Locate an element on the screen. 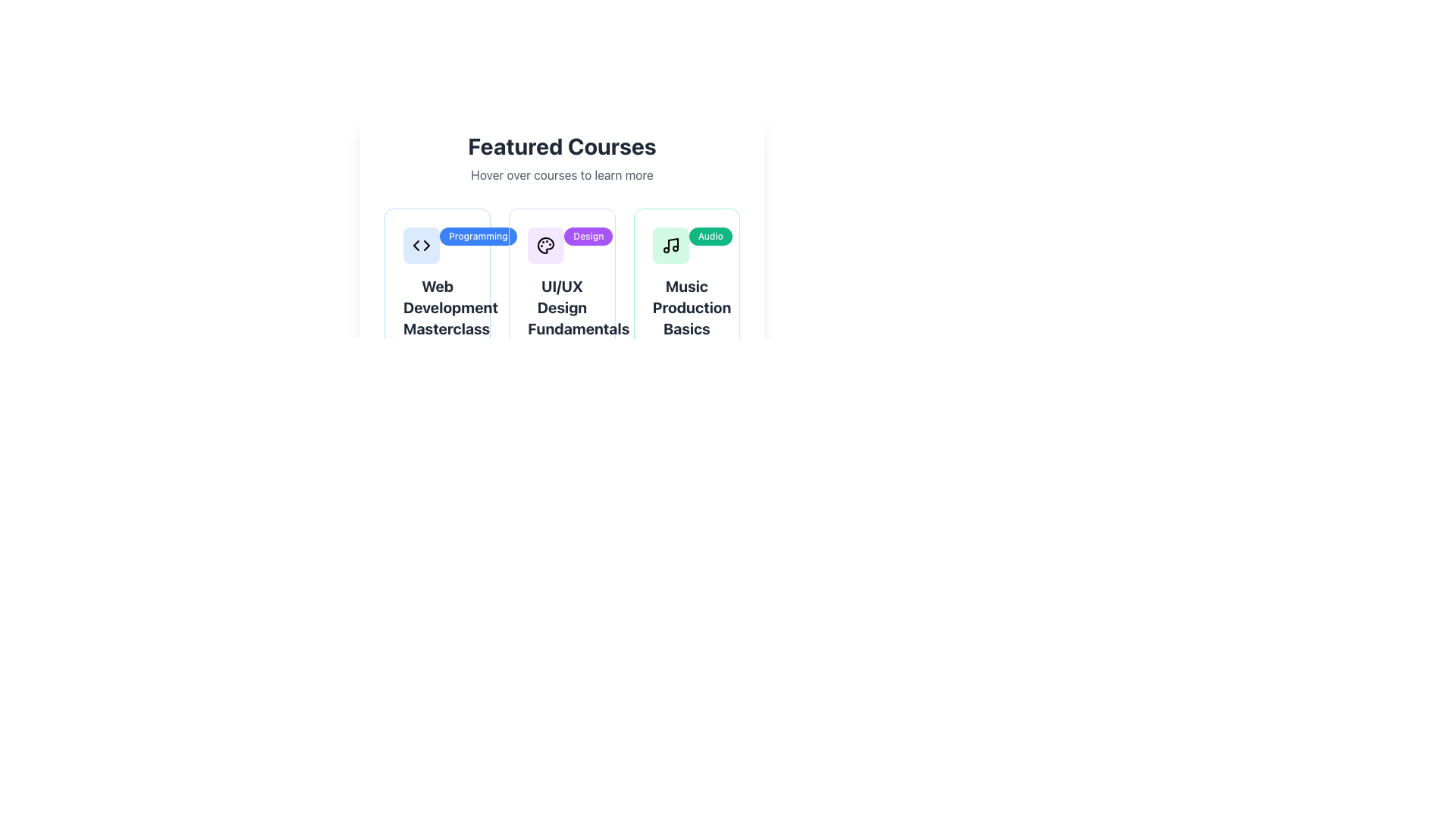 This screenshot has width=1456, height=819. the static informational message located below the 'Featured Courses' title, which provides guidance or instructions for users is located at coordinates (561, 174).